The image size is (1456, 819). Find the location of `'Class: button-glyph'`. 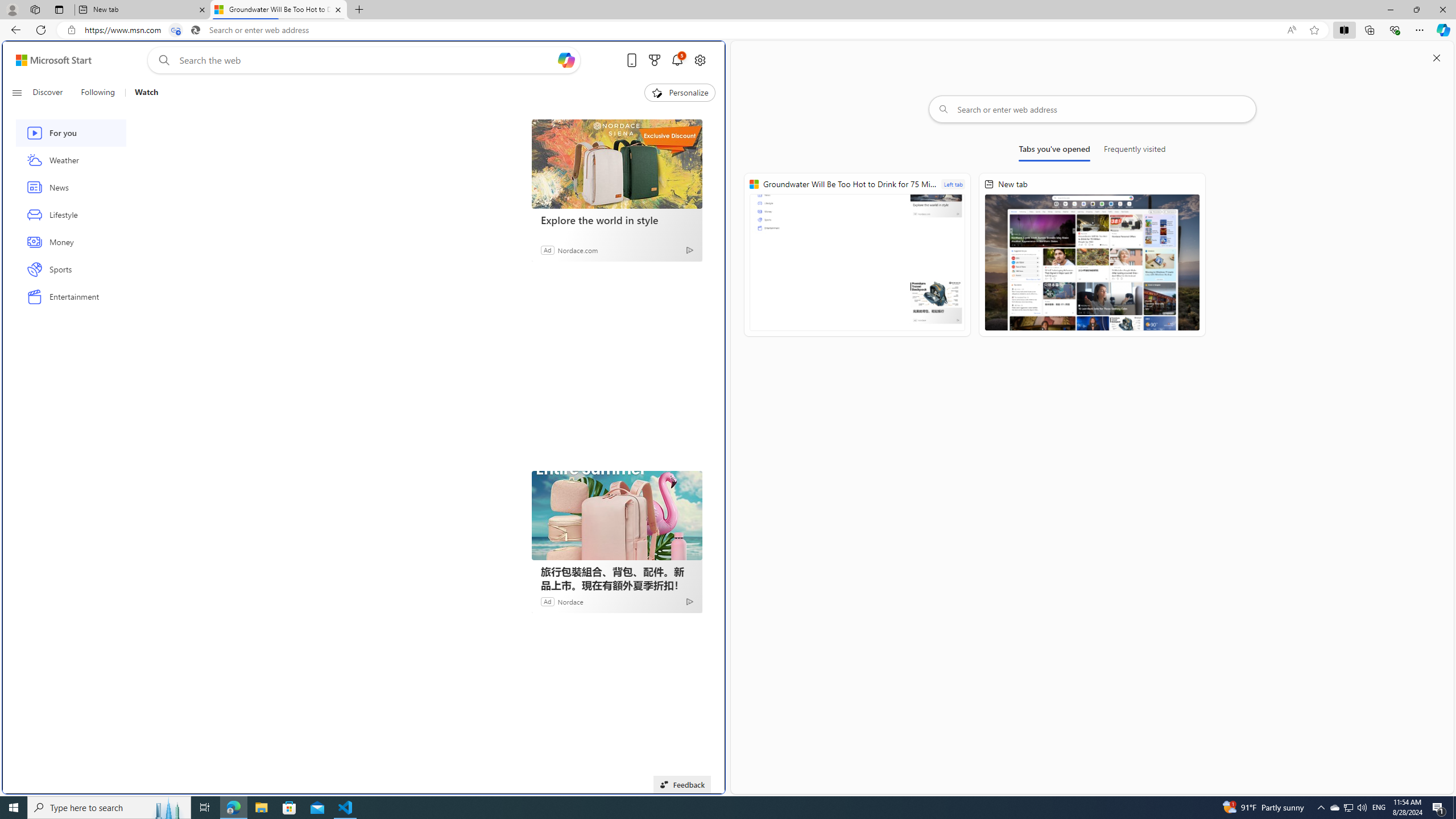

'Class: button-glyph' is located at coordinates (16, 92).